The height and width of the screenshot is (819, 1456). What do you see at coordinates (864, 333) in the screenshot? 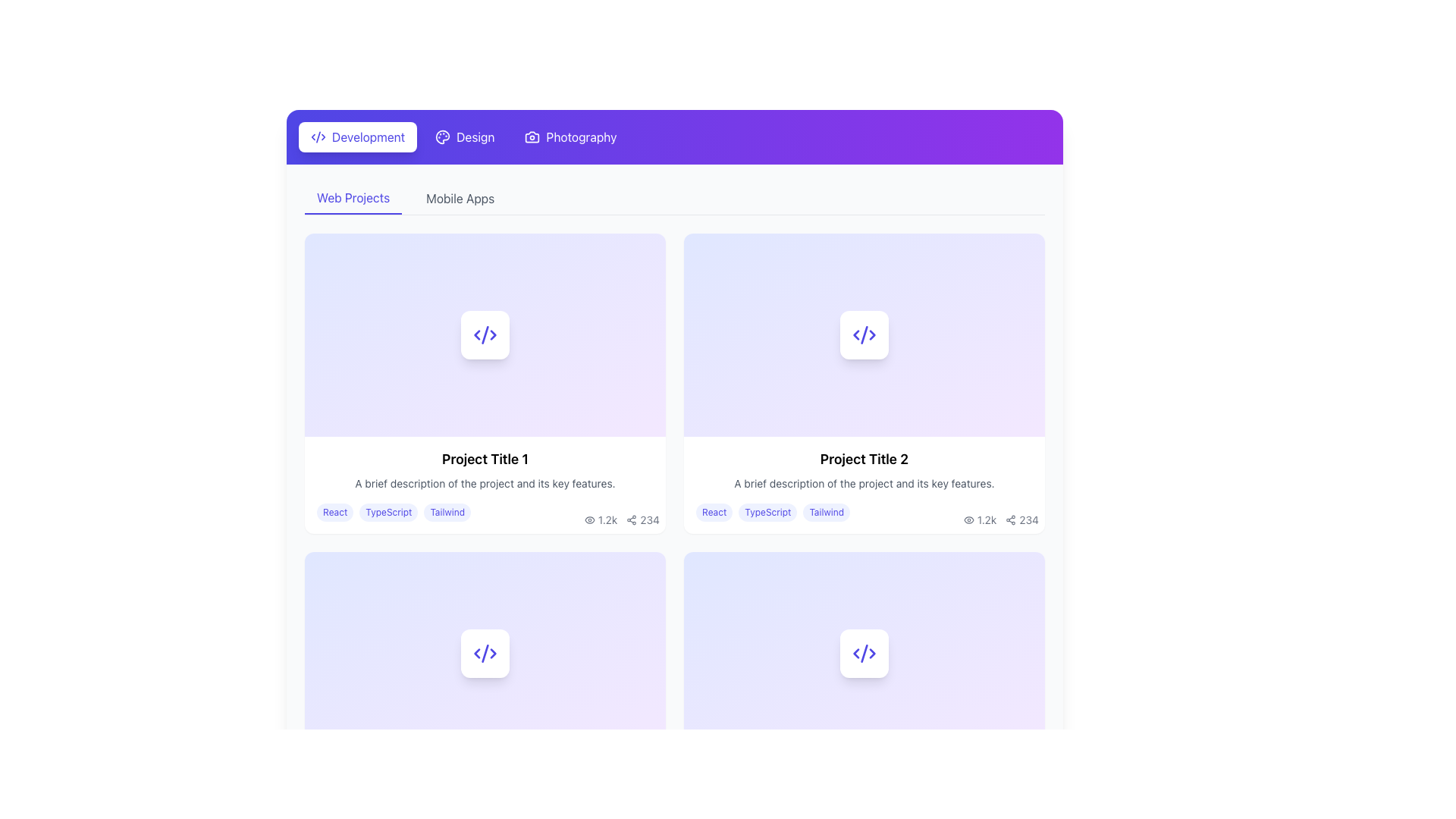
I see `the icon centered within the card labeled 'Project Title 2'` at bounding box center [864, 333].